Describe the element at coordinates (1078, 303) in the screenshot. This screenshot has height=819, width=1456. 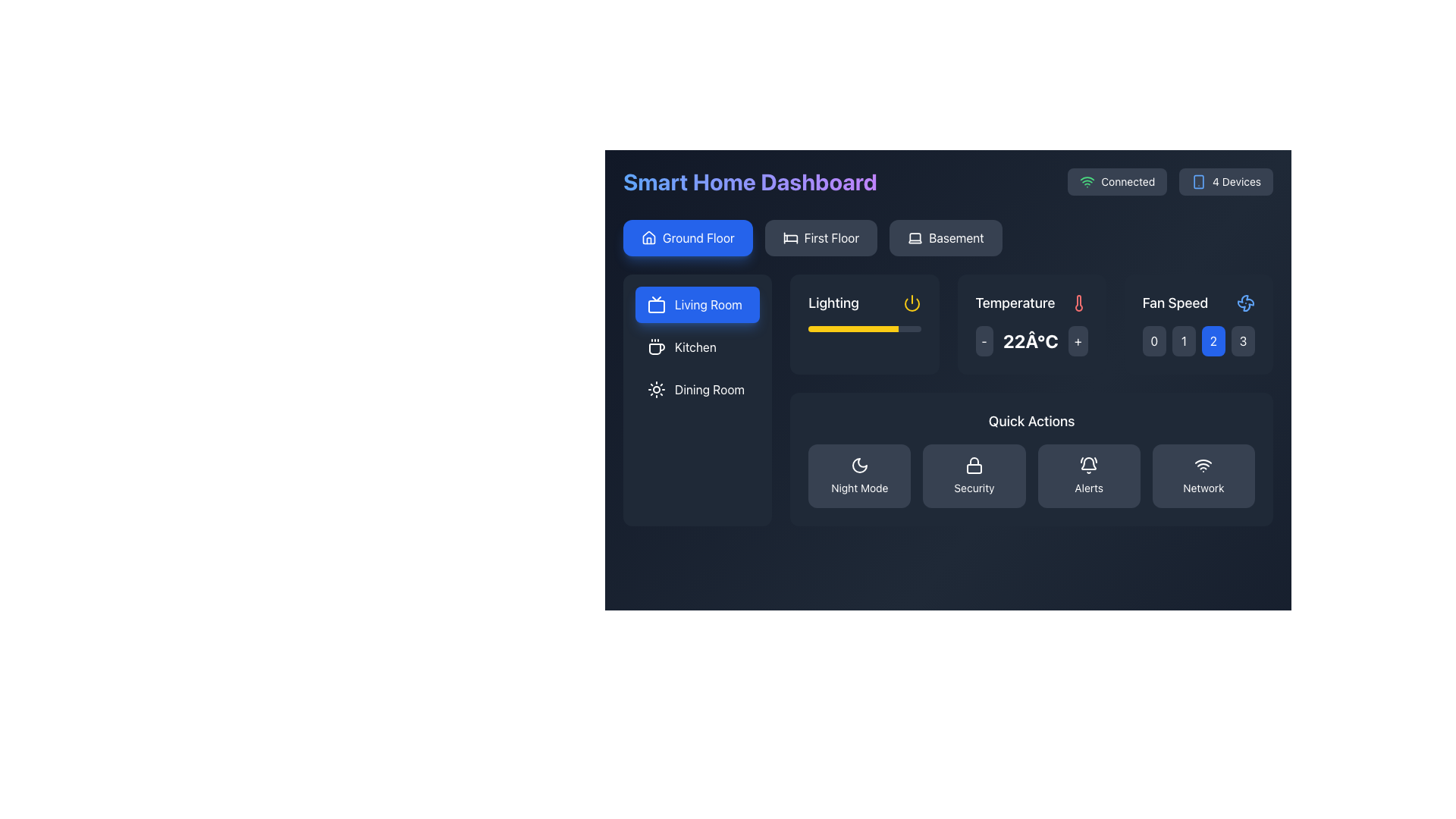
I see `the temperature icon located to the right of the 'Temperature' label and numeric value in the top right area of the interface` at that location.